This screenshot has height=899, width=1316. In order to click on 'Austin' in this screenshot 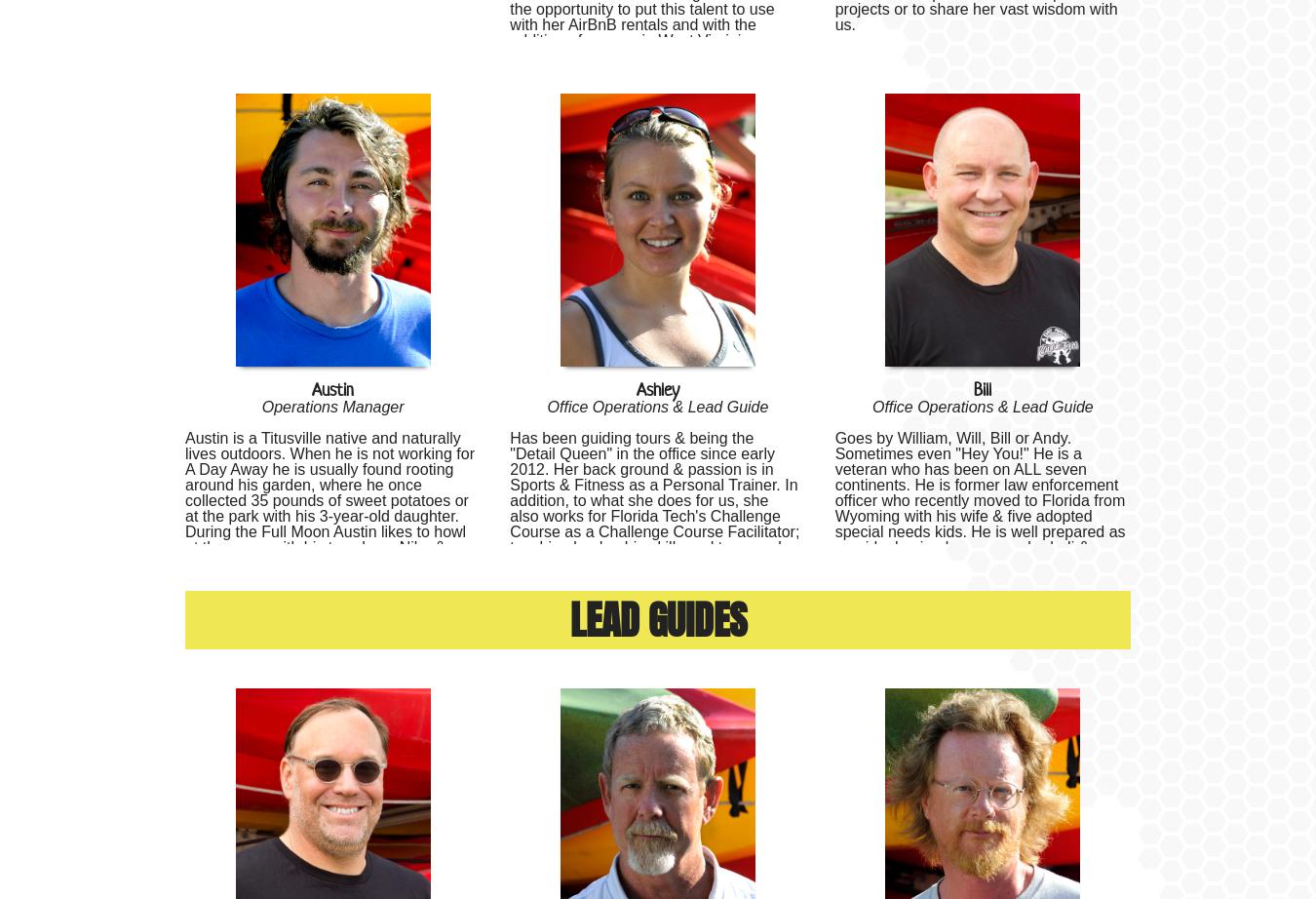, I will do `click(332, 388)`.